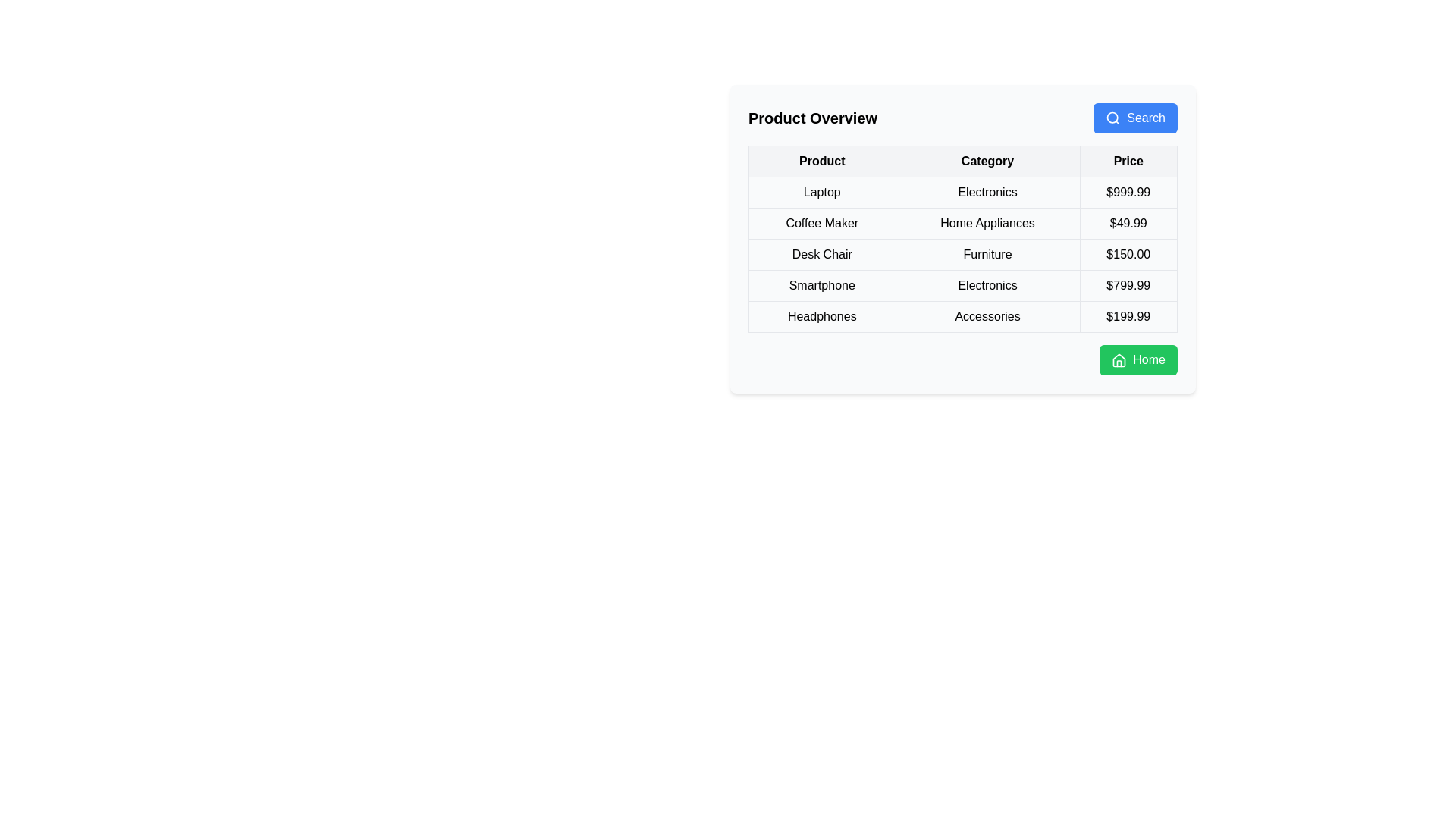 The image size is (1456, 819). Describe the element at coordinates (987, 192) in the screenshot. I see `the text label displaying 'Electronics' which is bold and surrounded by a rectangular border in the second column of the table under the 'Category' header` at that location.